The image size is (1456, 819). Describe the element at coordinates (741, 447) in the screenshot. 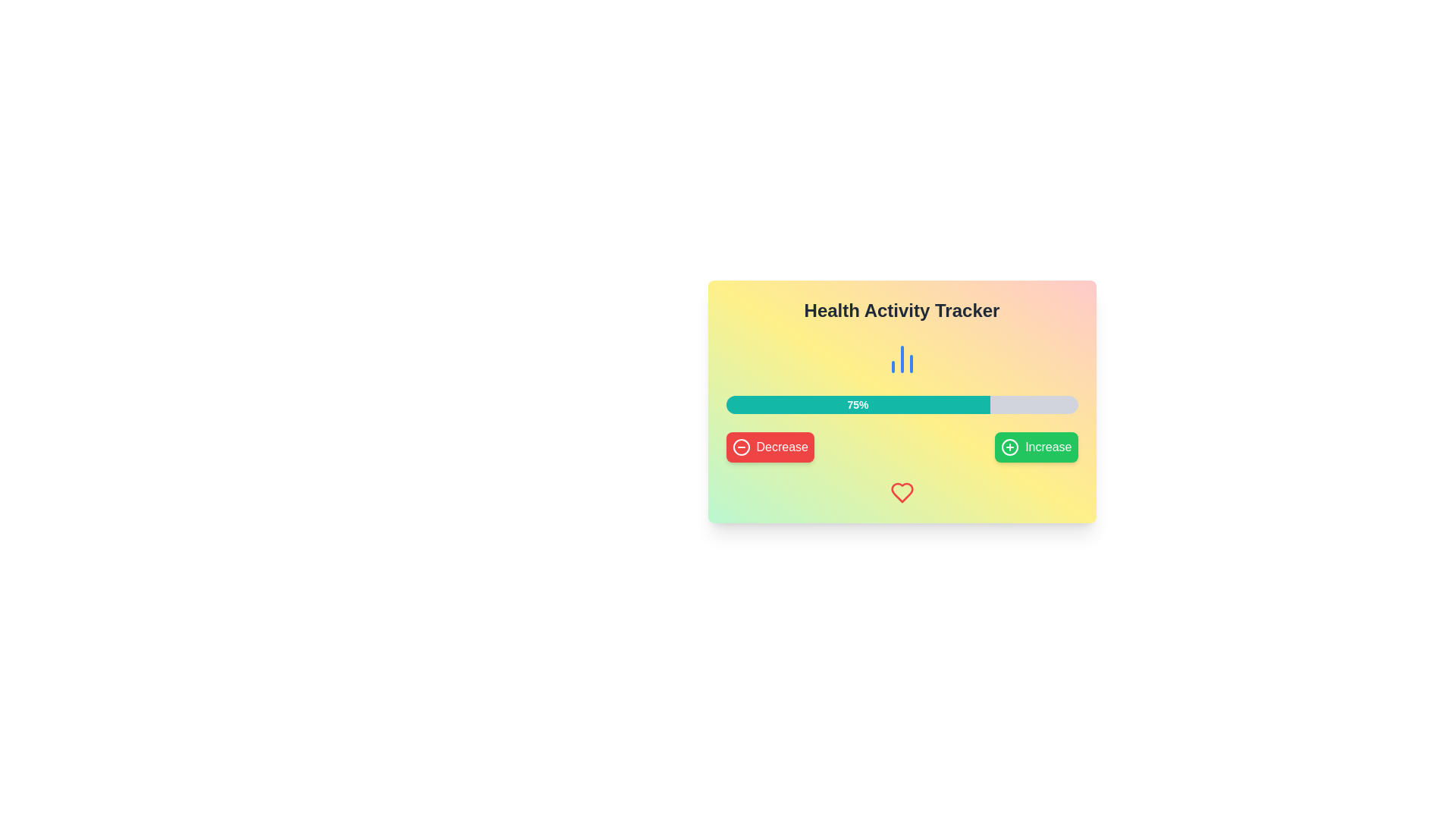

I see `circular shape element that visually indicates a decrement action, which is positioned centrally relative to the 'Decrease' button` at that location.